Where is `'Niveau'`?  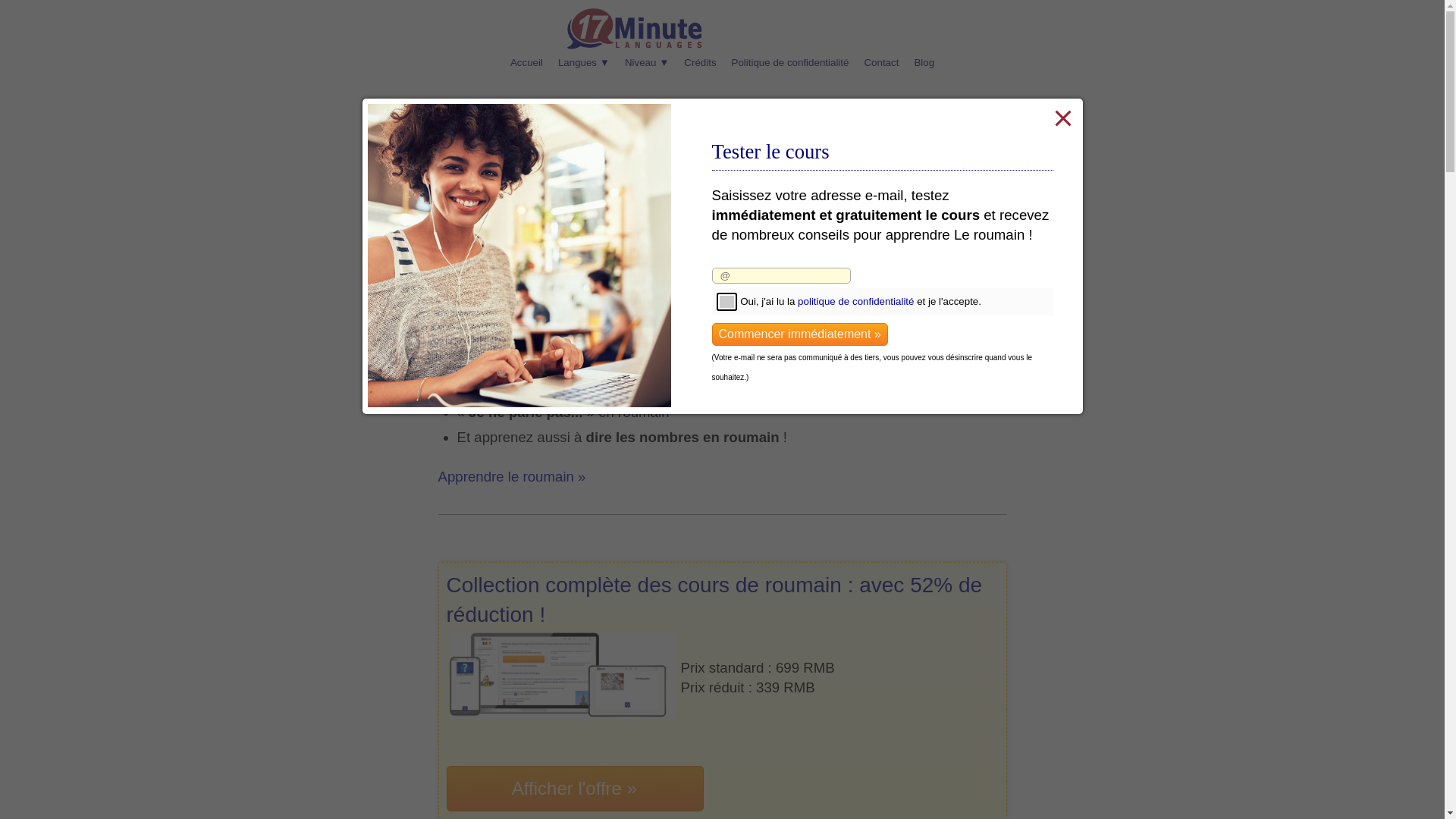 'Niveau' is located at coordinates (617, 62).